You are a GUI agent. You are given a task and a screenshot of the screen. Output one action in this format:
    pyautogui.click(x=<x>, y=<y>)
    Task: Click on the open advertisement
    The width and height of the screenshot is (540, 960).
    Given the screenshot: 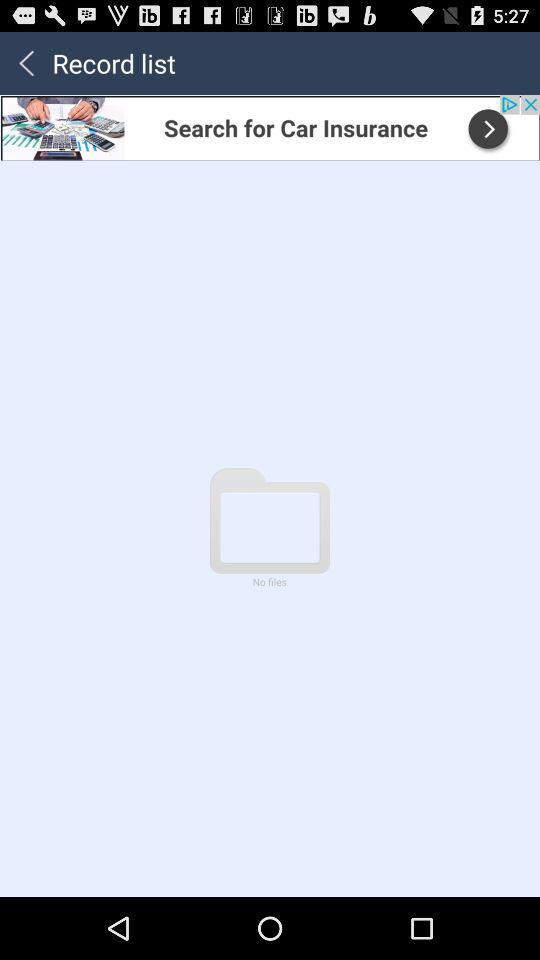 What is the action you would take?
    pyautogui.click(x=270, y=126)
    